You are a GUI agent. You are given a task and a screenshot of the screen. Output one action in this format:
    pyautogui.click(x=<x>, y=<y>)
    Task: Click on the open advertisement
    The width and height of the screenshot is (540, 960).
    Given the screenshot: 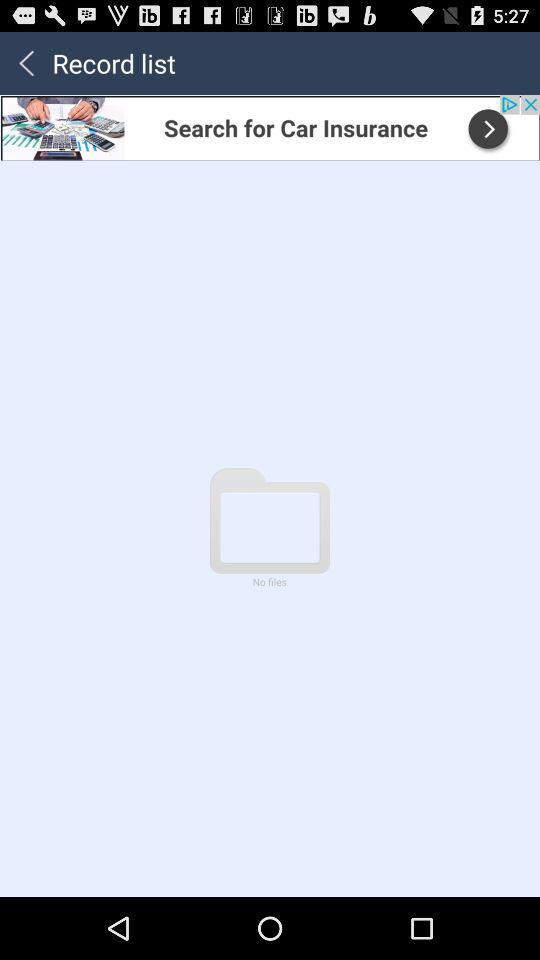 What is the action you would take?
    pyautogui.click(x=270, y=126)
    